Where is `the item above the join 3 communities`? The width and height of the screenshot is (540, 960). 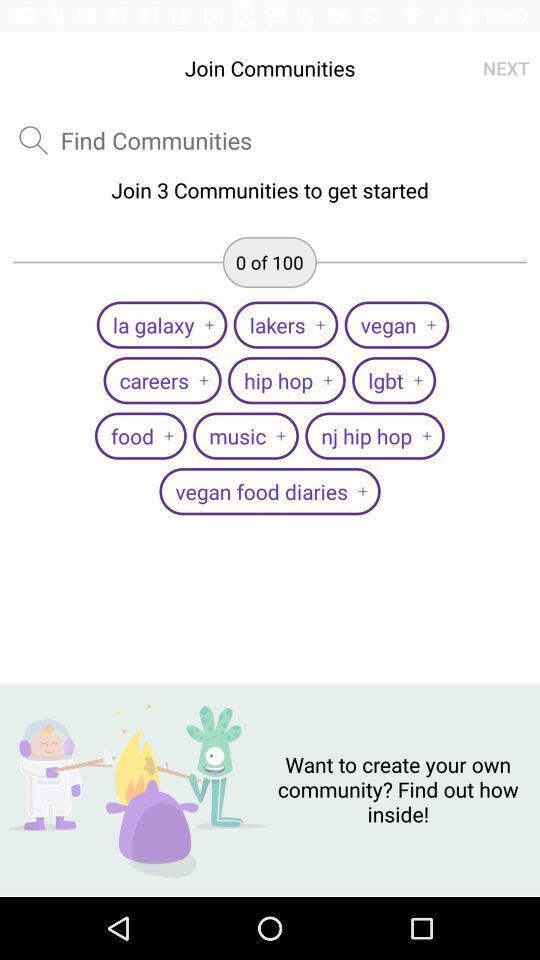 the item above the join 3 communities is located at coordinates (155, 139).